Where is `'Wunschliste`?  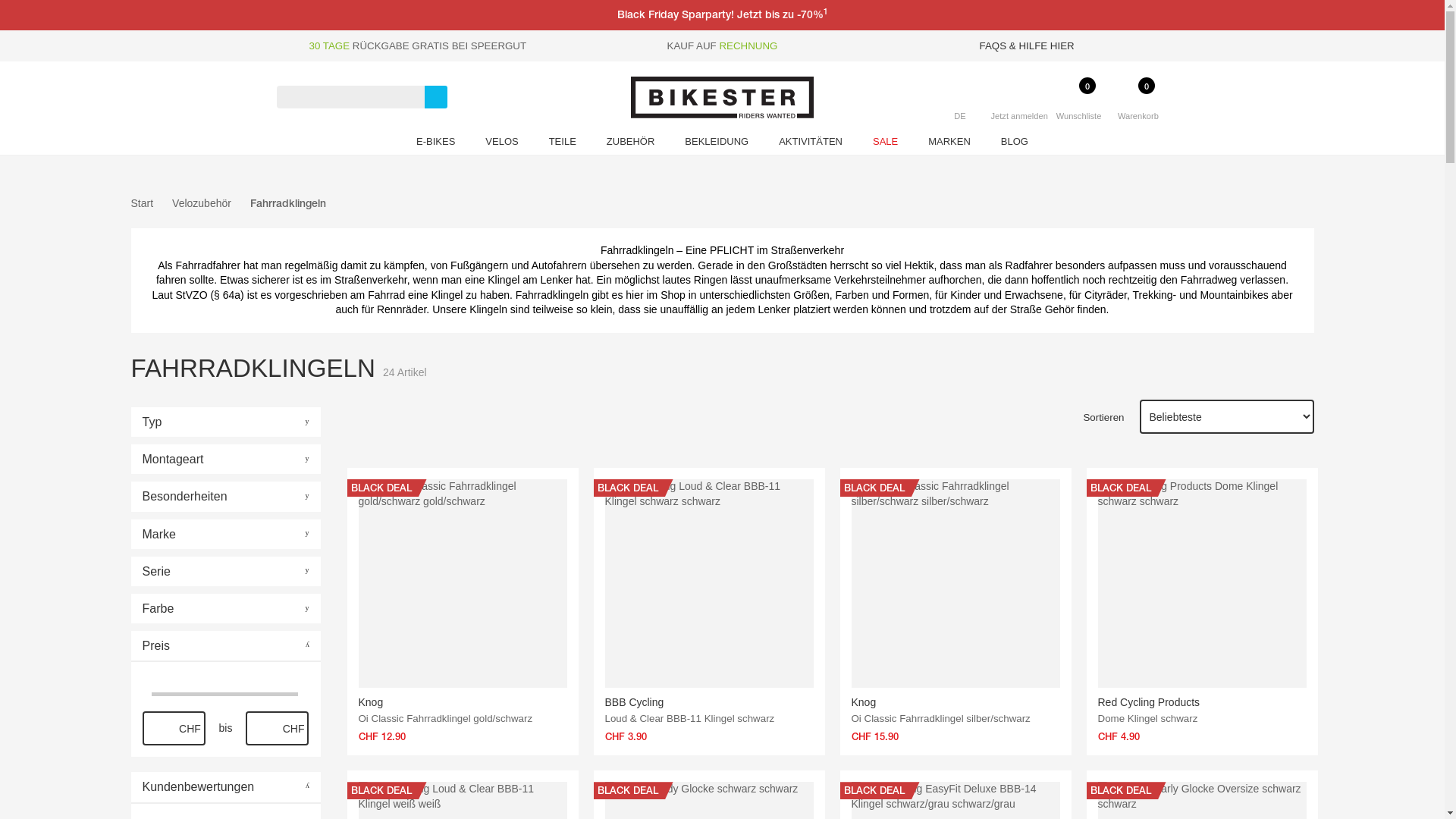
'Wunschliste is located at coordinates (1047, 111).